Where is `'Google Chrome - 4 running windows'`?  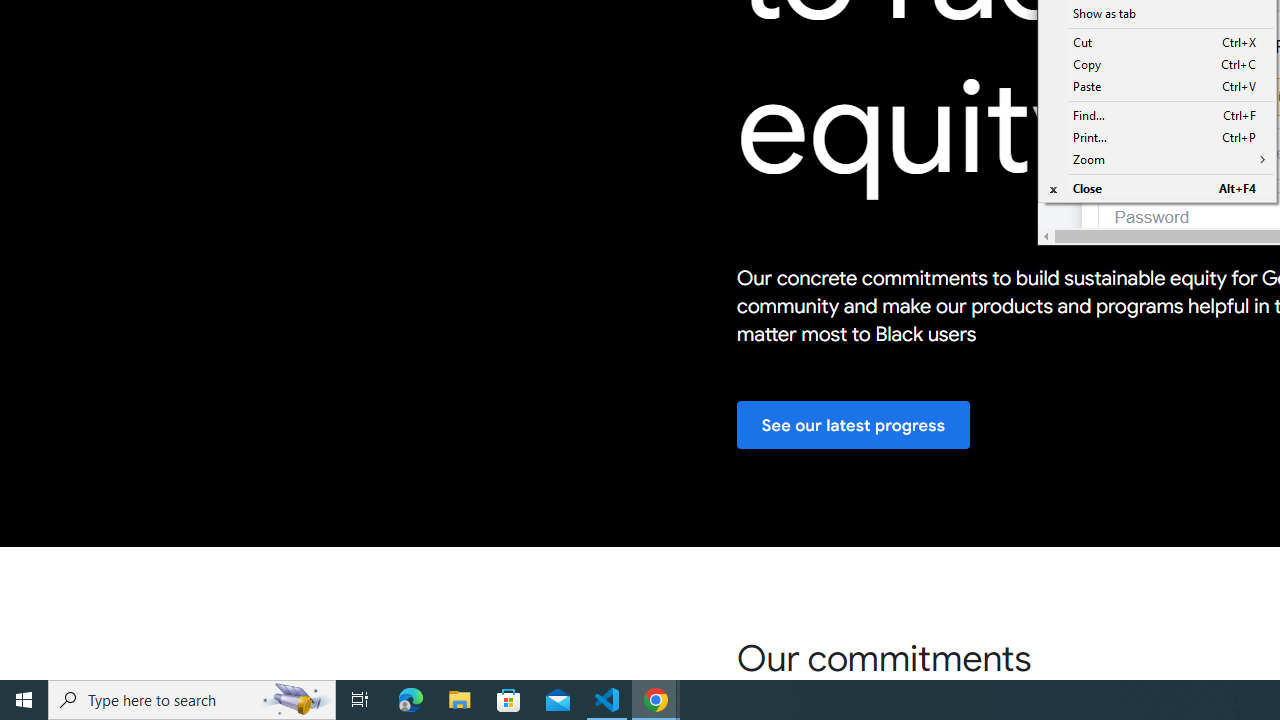
'Google Chrome - 4 running windows' is located at coordinates (656, 698).